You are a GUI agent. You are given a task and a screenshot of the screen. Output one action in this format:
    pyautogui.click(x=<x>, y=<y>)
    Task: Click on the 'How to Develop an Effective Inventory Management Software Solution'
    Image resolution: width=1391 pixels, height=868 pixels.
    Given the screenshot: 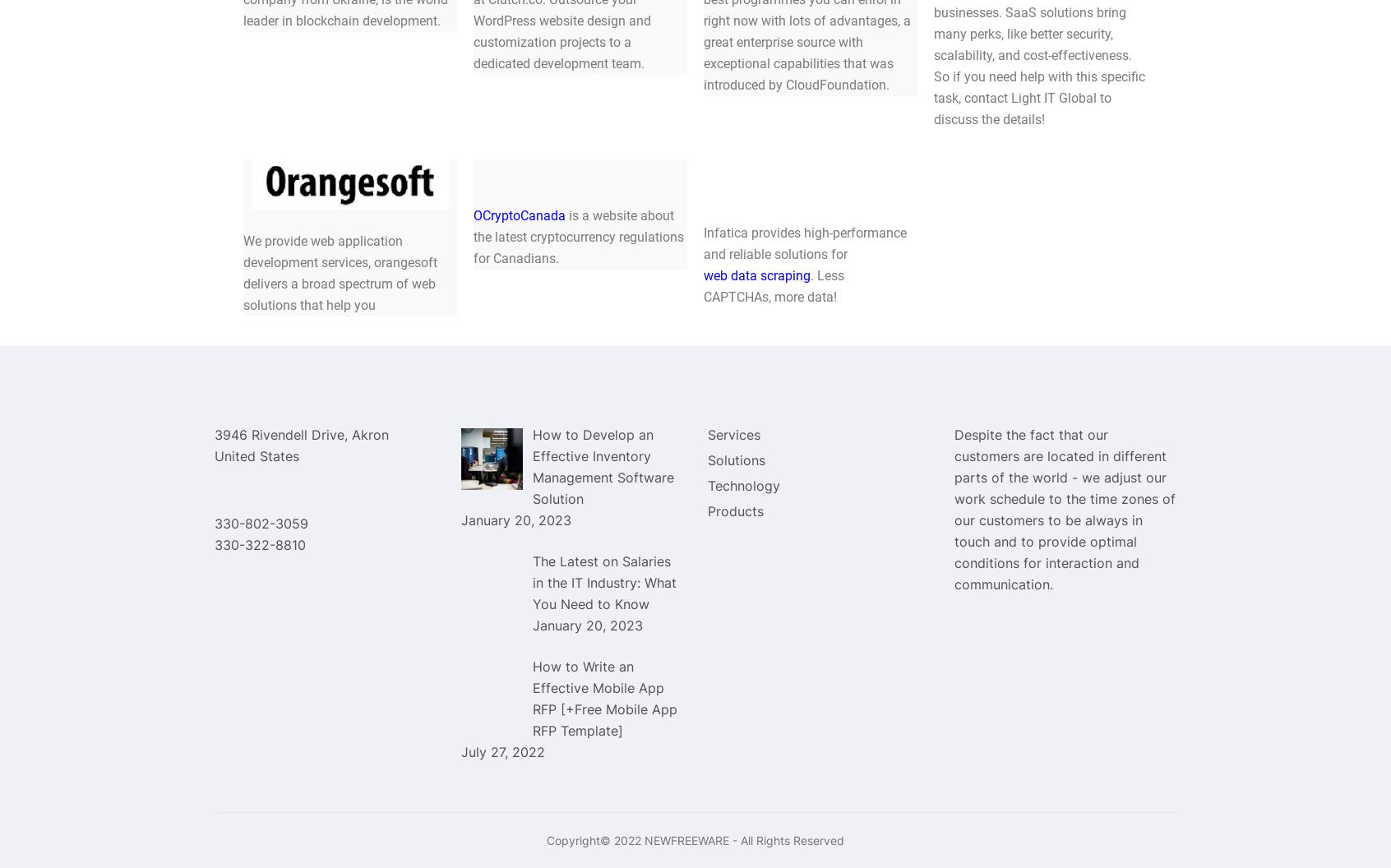 What is the action you would take?
    pyautogui.click(x=602, y=465)
    